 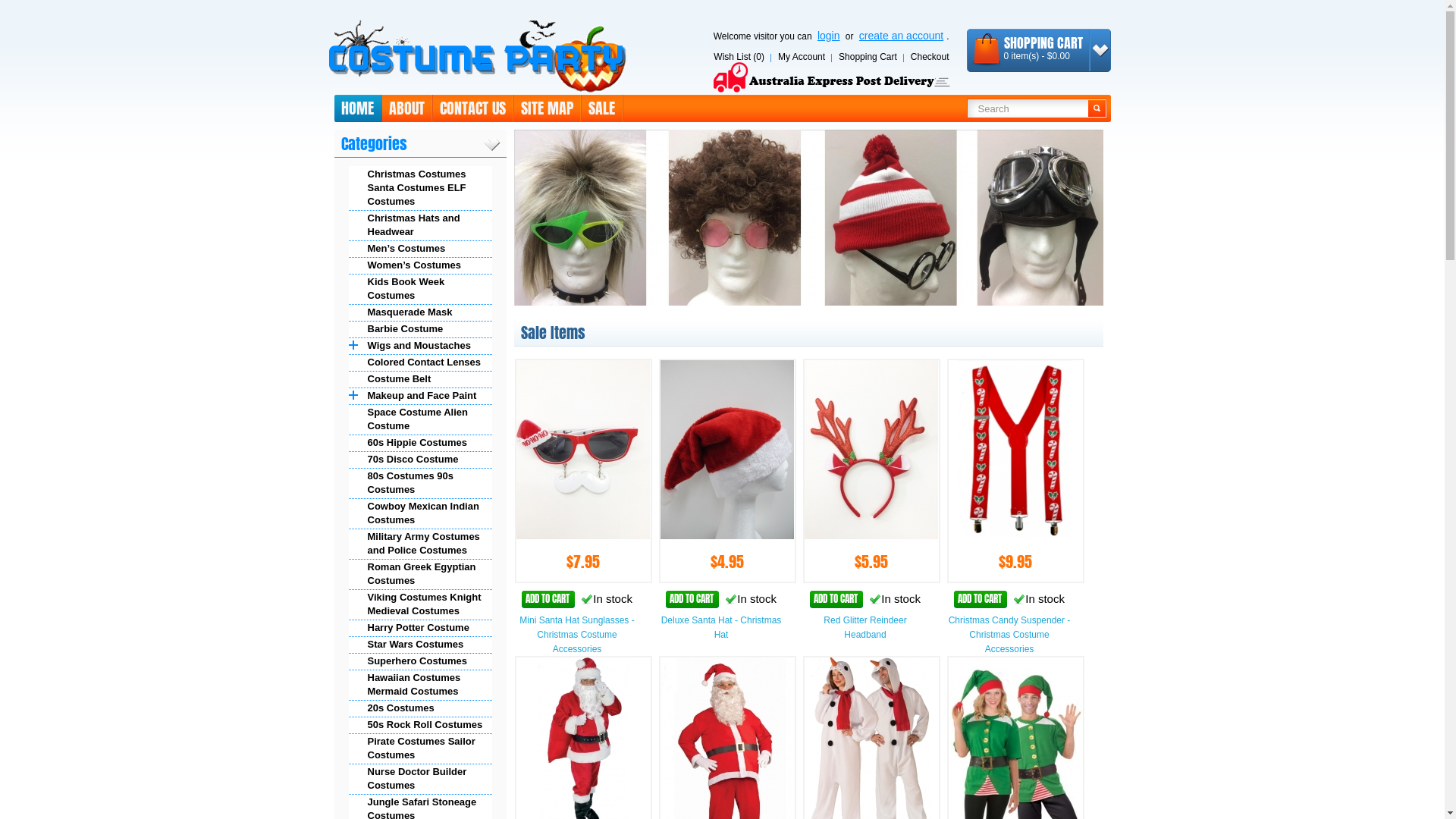 What do you see at coordinates (929, 56) in the screenshot?
I see `'Checkout'` at bounding box center [929, 56].